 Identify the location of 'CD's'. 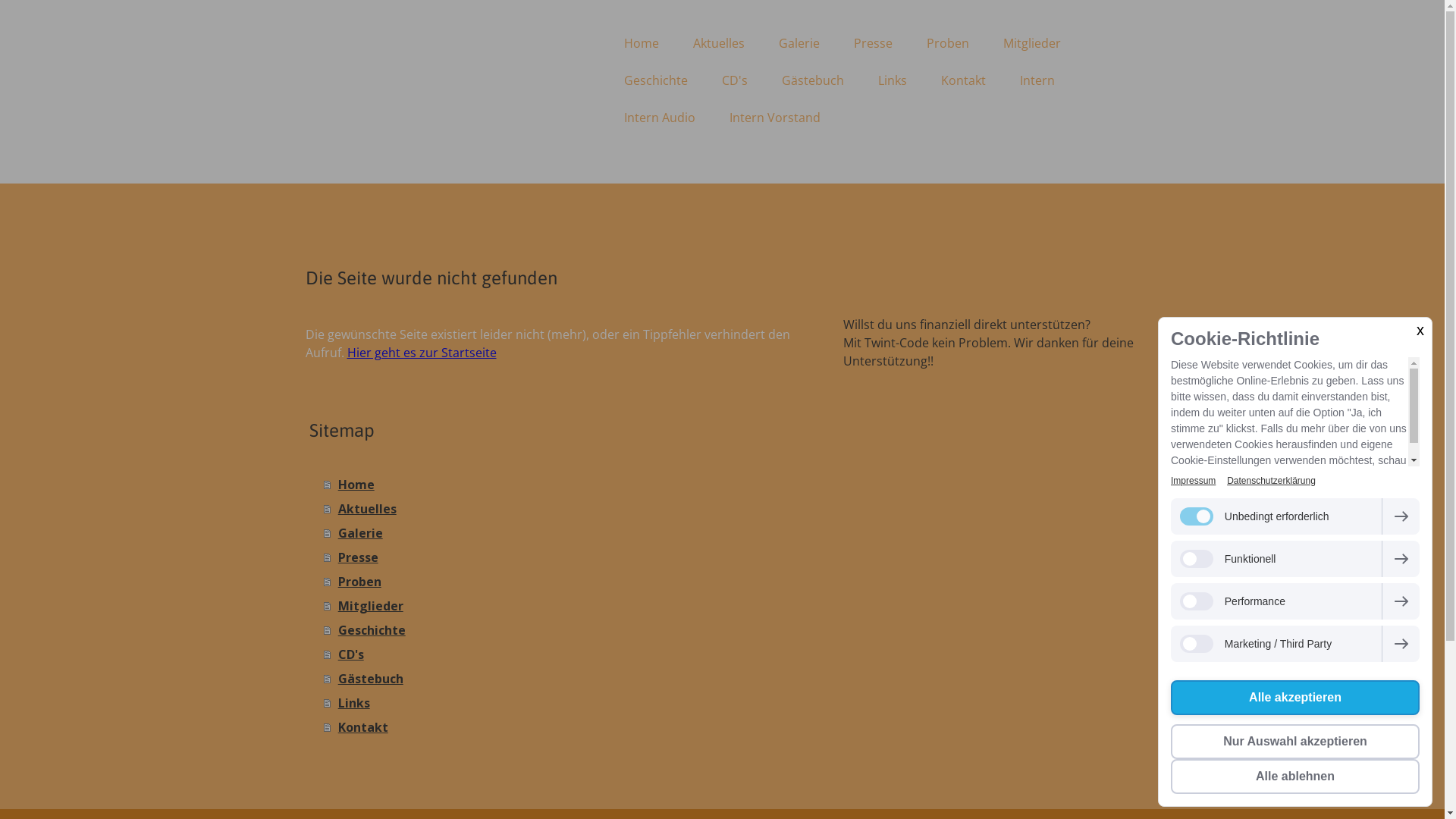
(567, 654).